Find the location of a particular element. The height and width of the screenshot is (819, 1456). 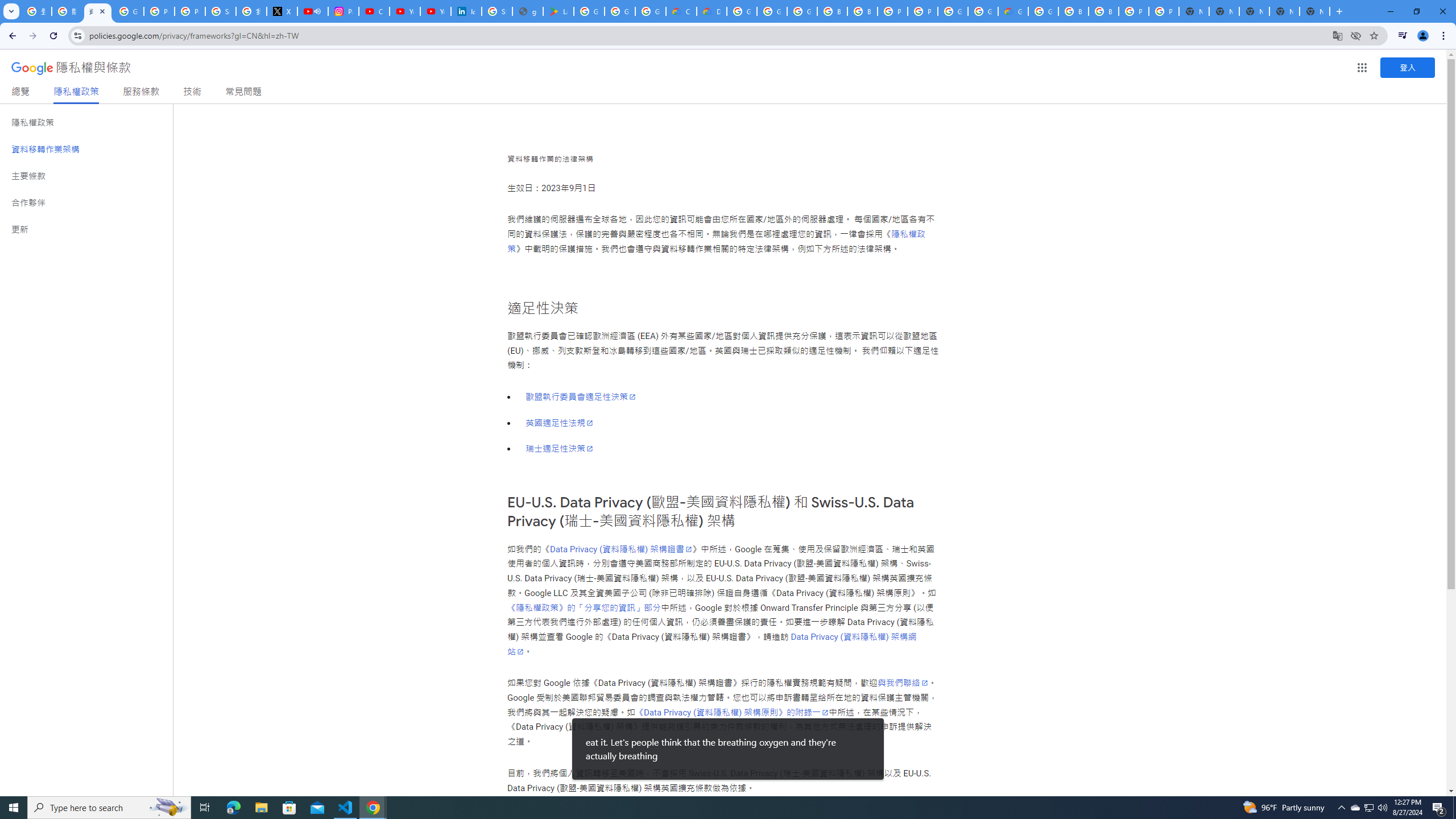

'X' is located at coordinates (282, 11).